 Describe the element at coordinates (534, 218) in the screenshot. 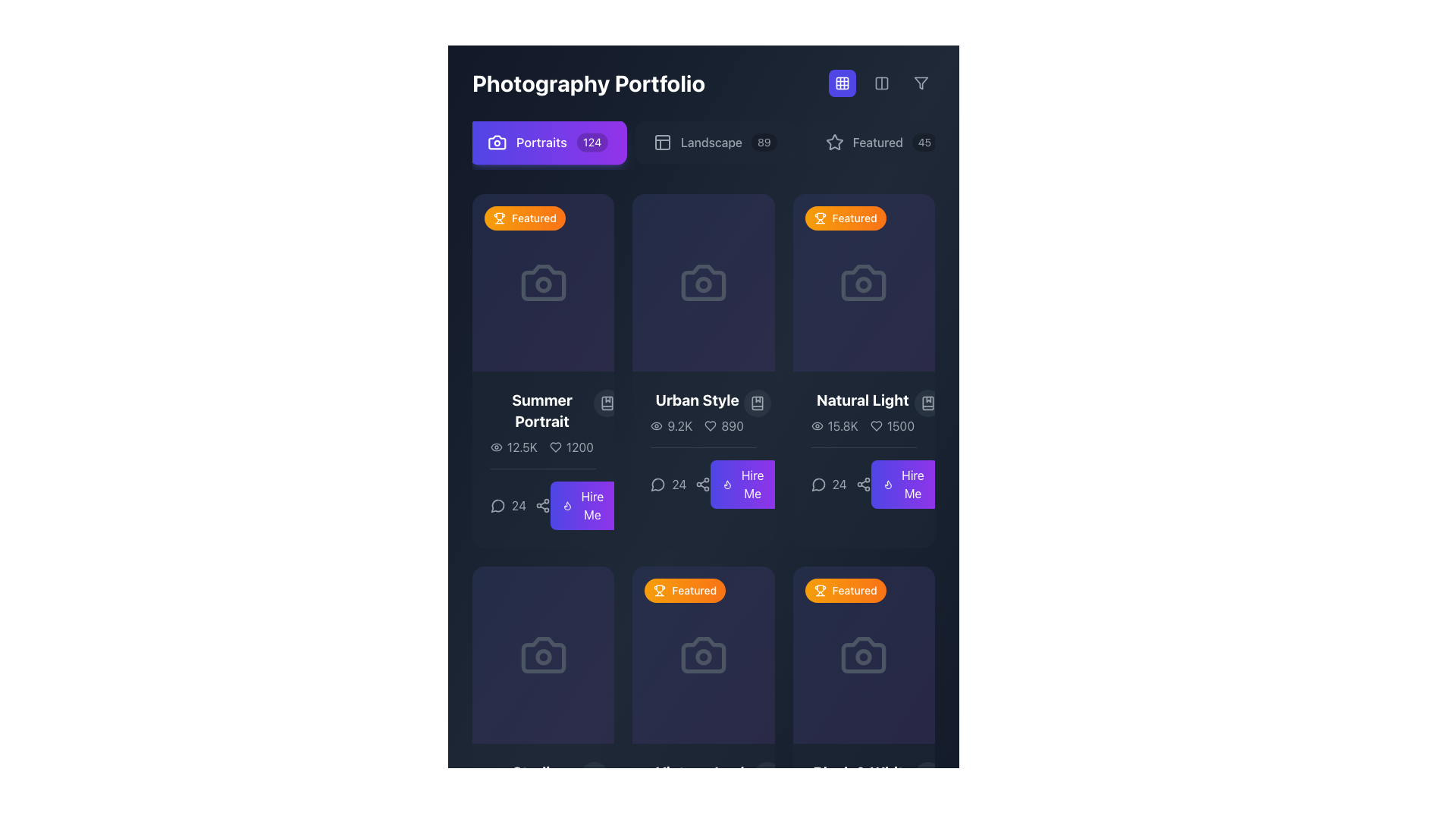

I see `the 'Featured' badge located at the top-left corner of the first card in a grid layout, which contains white text on an orange gradient background and a trophy icon` at that location.